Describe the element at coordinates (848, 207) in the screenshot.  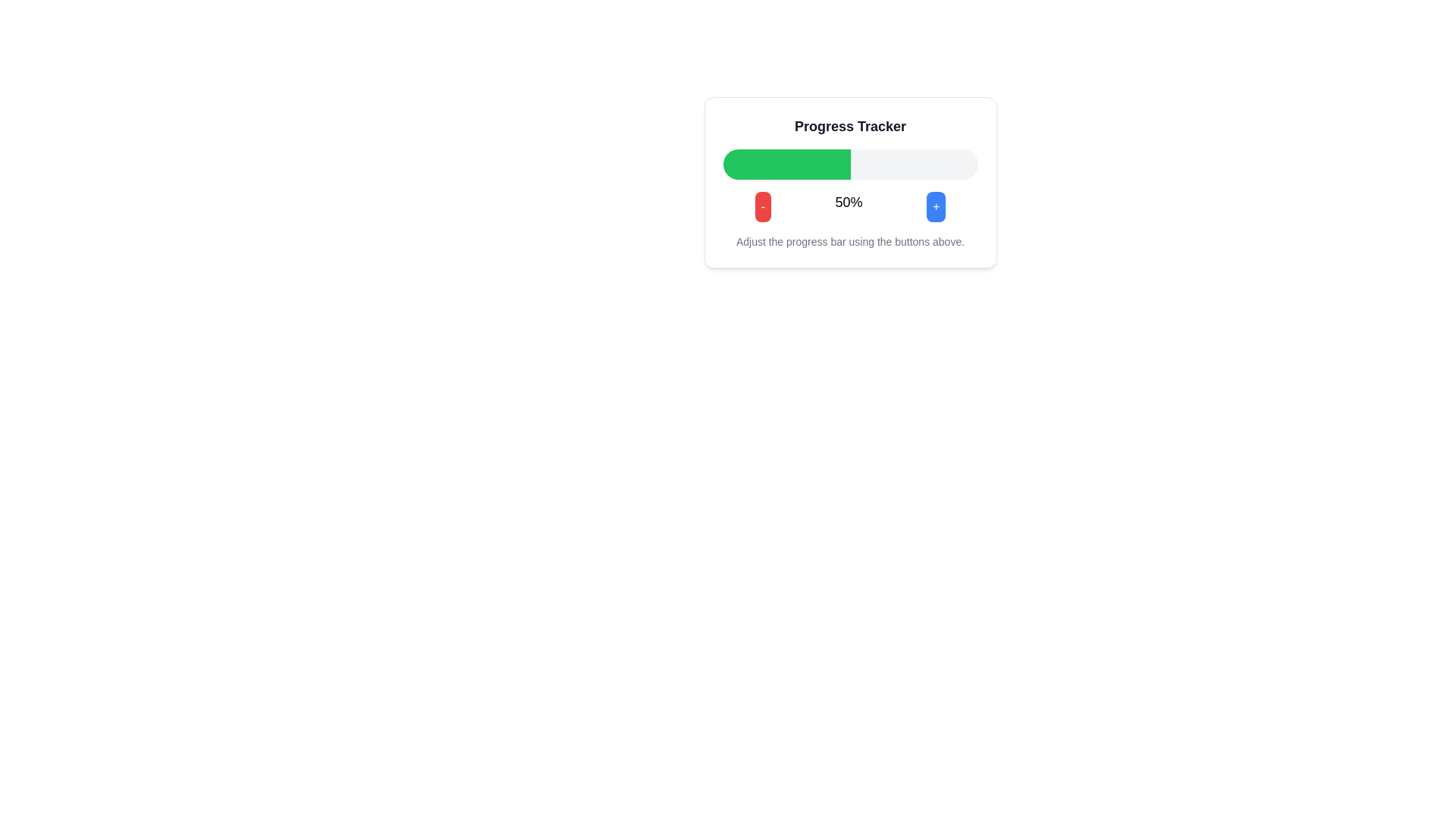
I see `the bold static text displaying '50%', which is centrally positioned between a red '-' button on its left and a blue '+' button on its right` at that location.